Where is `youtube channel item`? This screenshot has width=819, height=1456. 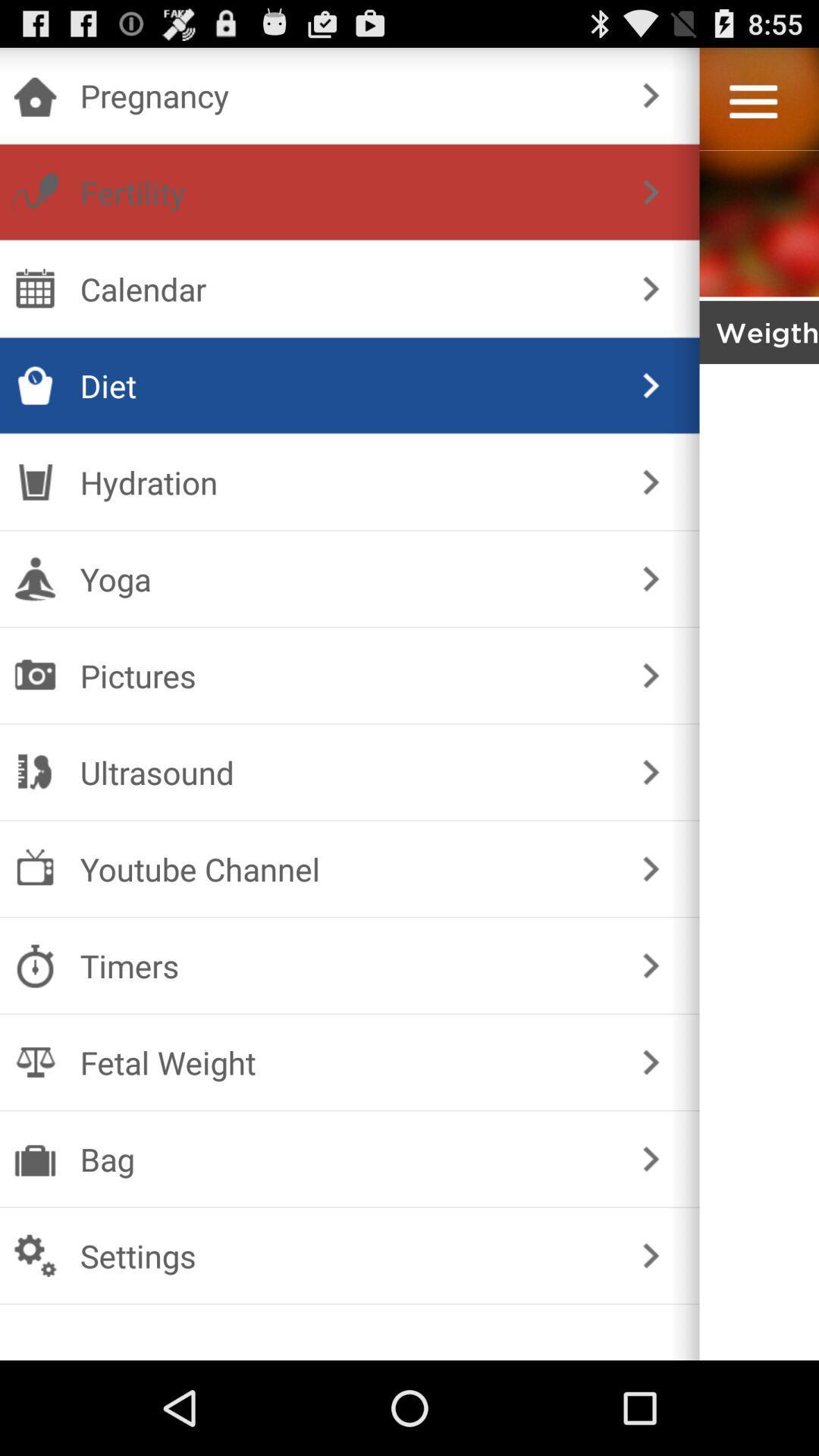
youtube channel item is located at coordinates (347, 869).